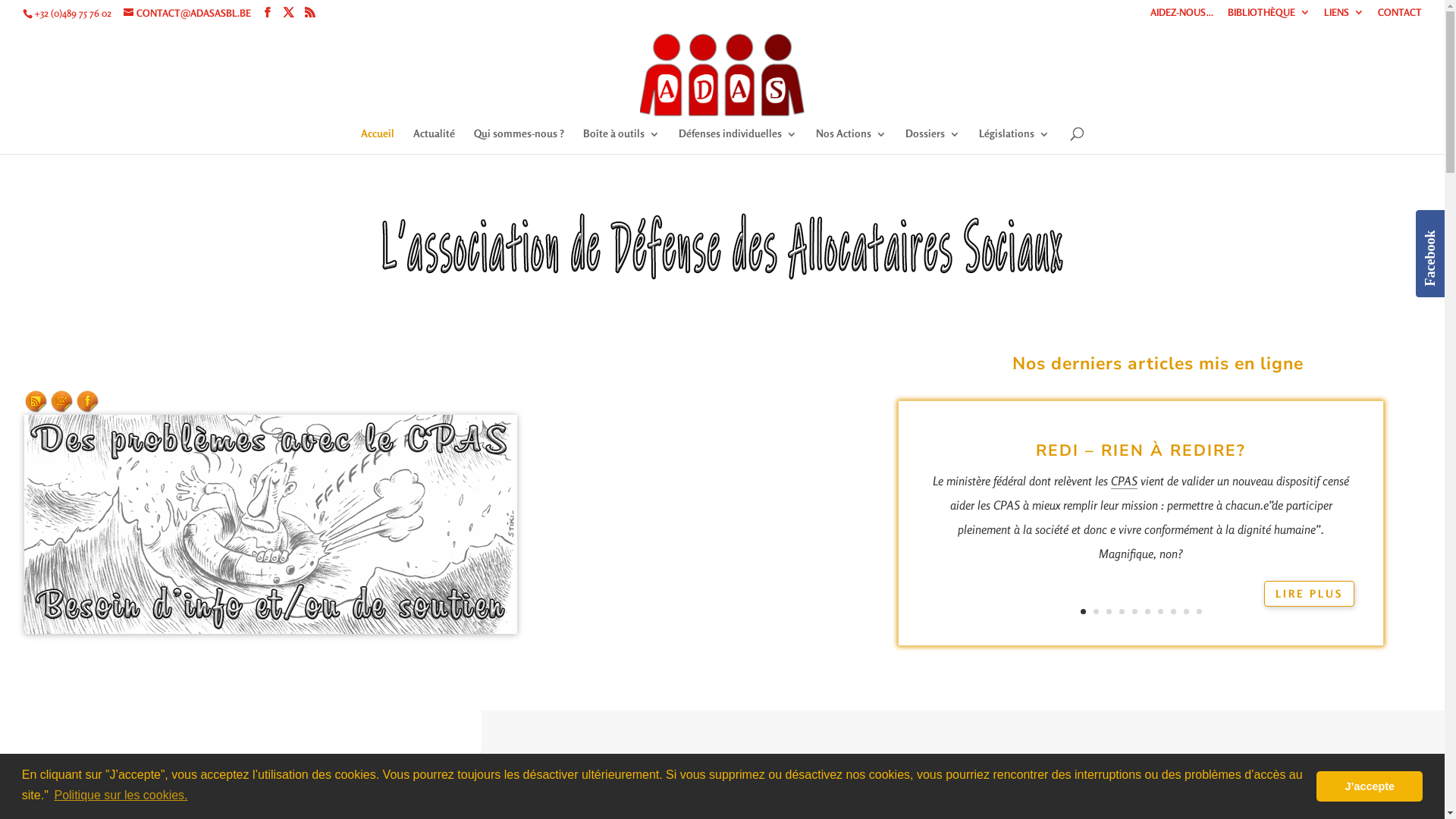  Describe the element at coordinates (1080, 610) in the screenshot. I see `'1'` at that location.